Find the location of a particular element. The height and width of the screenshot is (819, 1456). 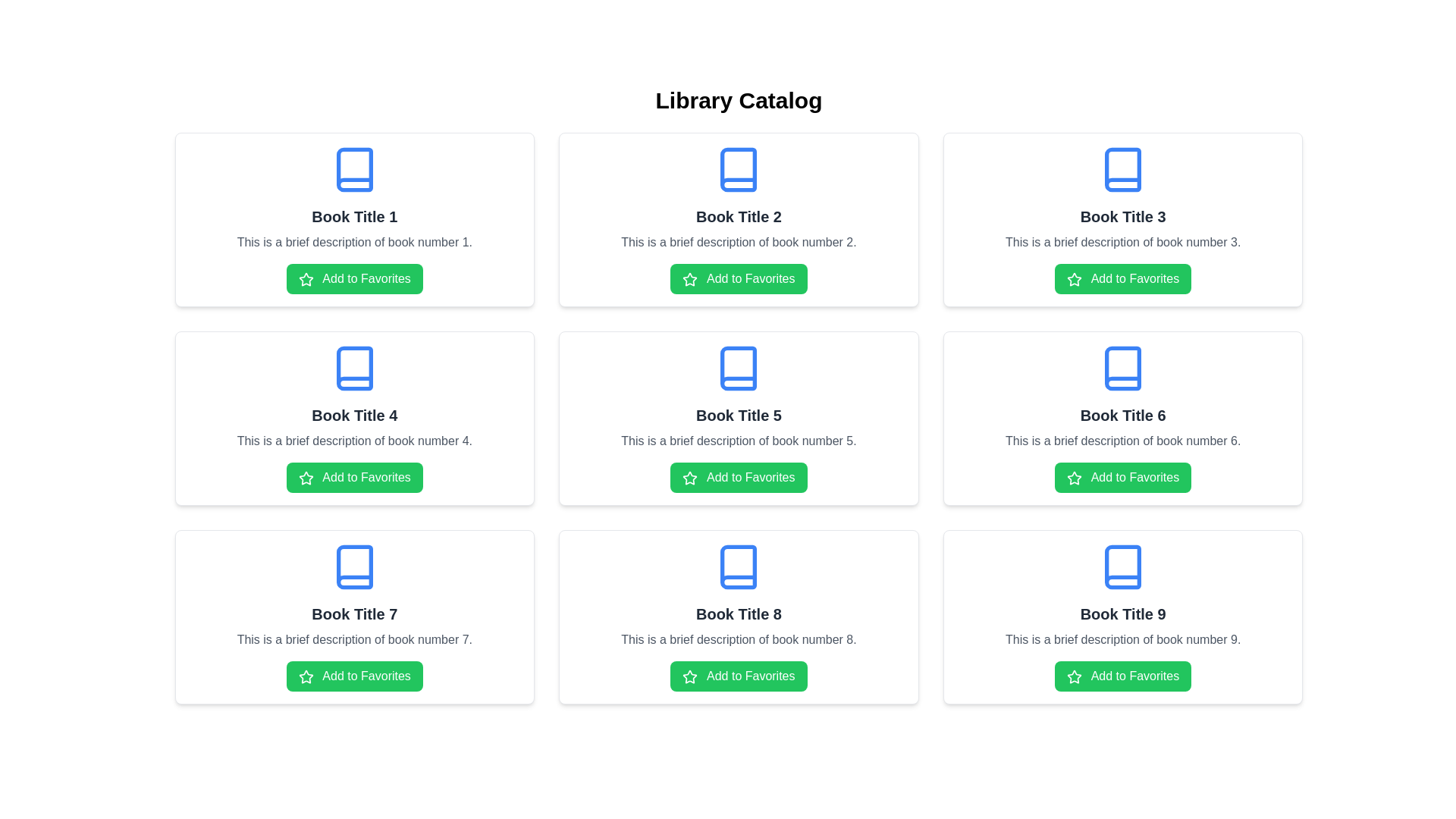

the blue outline icon of a book with rounded edges located at the top center of the card representing 'Book Title 7', positioned directly above the book title text is located at coordinates (353, 567).